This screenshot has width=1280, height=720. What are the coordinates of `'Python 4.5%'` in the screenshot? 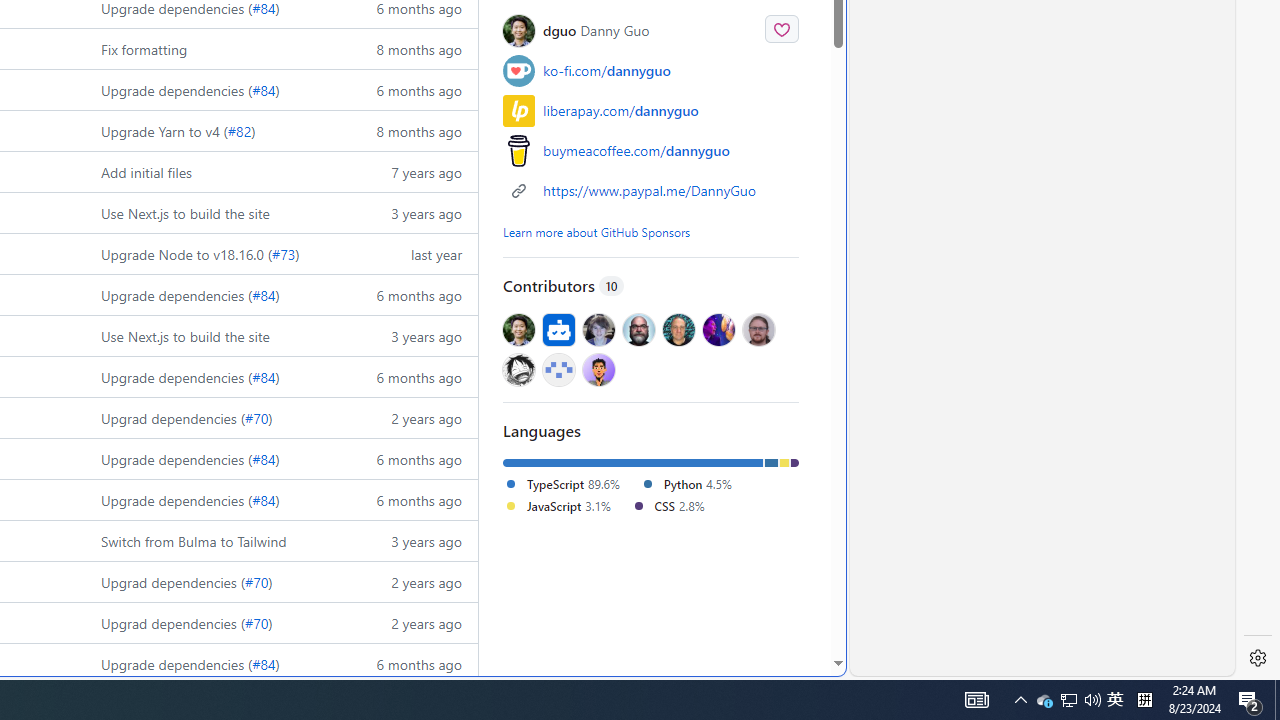 It's located at (685, 483).